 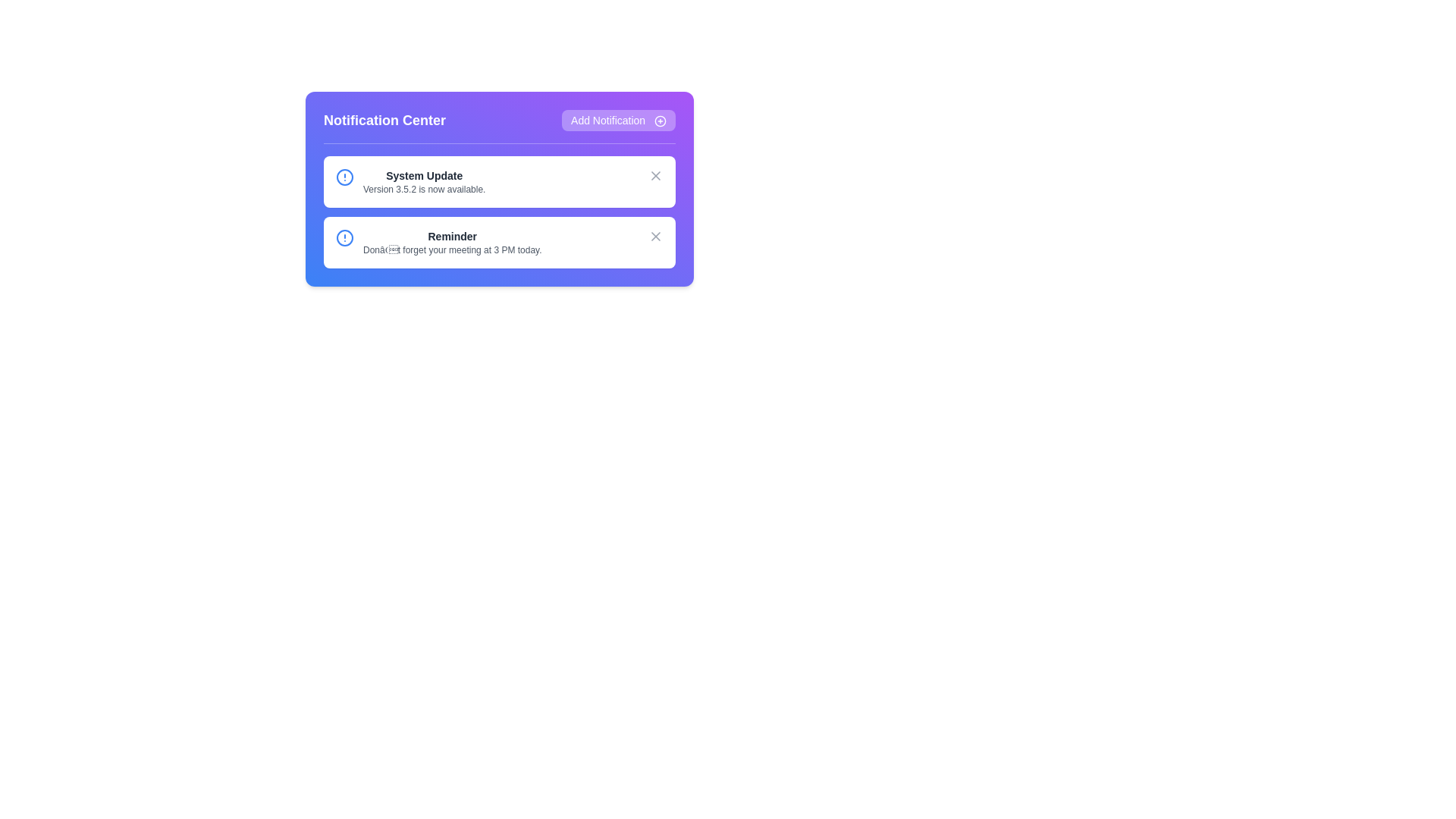 I want to click on the circular icon within the 'Add Notification' button located in the top-right corner of the 'Notification Center' dialog box, so click(x=660, y=120).